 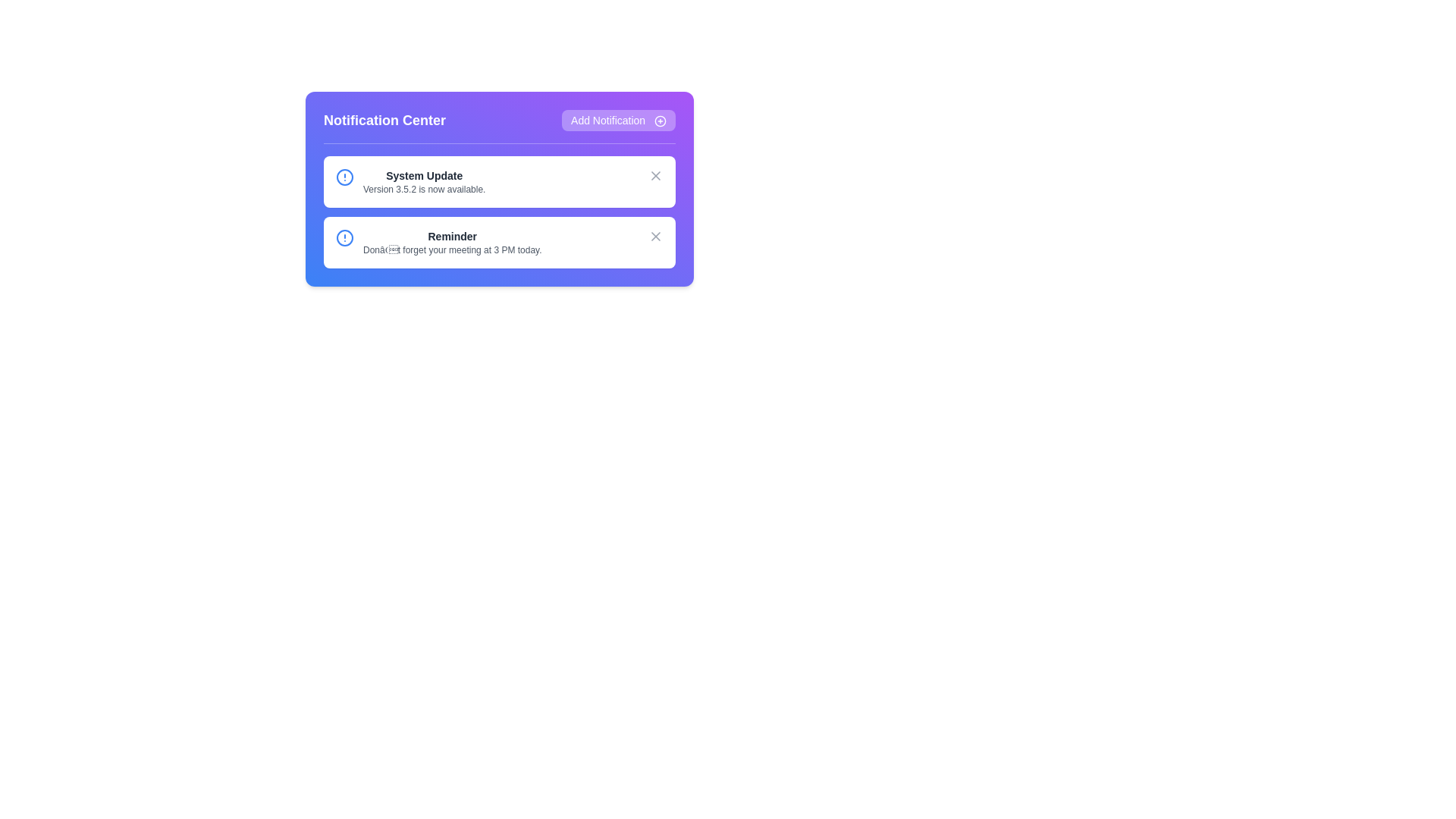 I want to click on the circular icon within the 'Add Notification' button located in the top-right corner of the 'Notification Center' dialog box, so click(x=660, y=120).